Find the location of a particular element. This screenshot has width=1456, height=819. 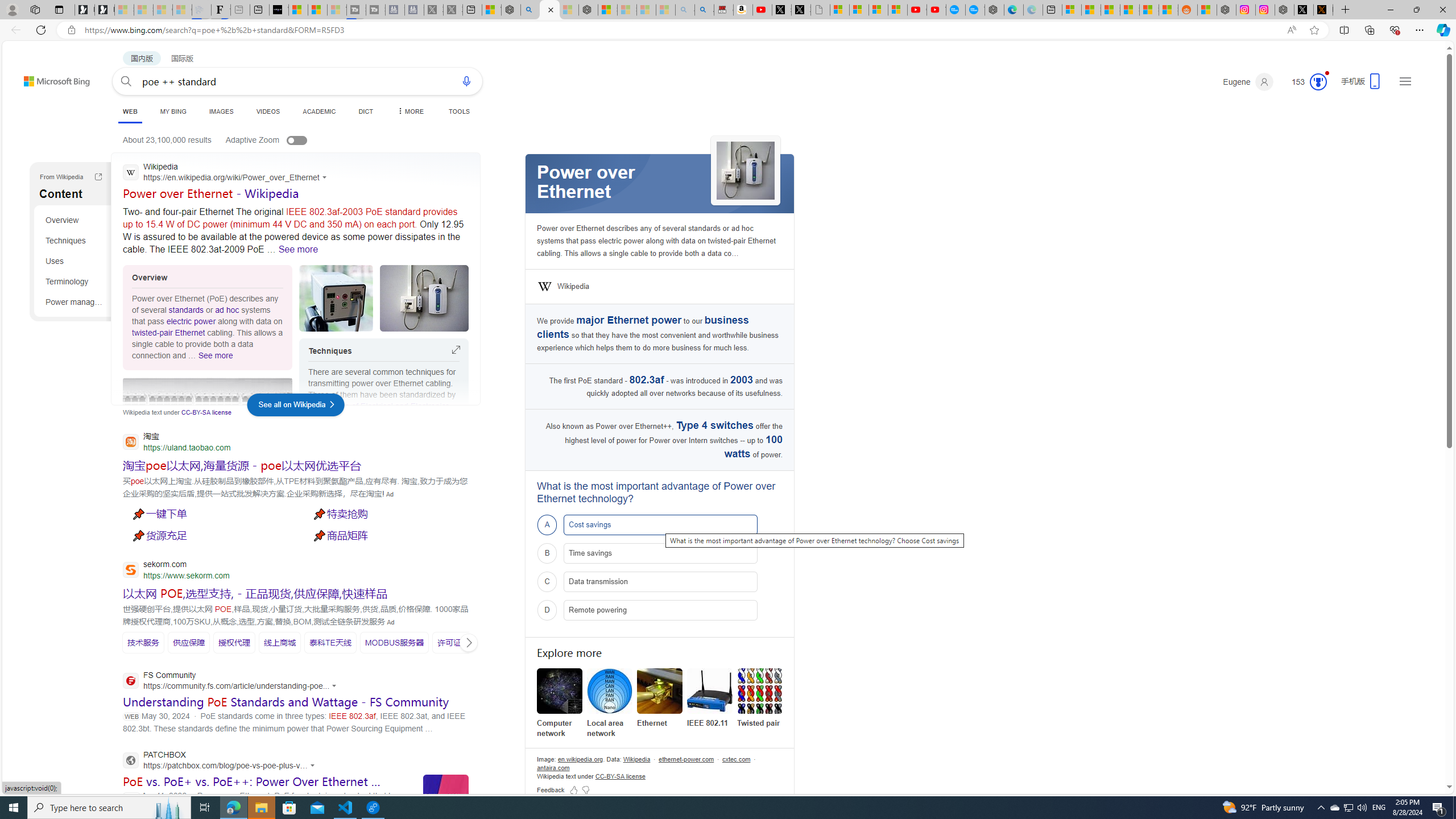

'D Remote powering' is located at coordinates (659, 610).